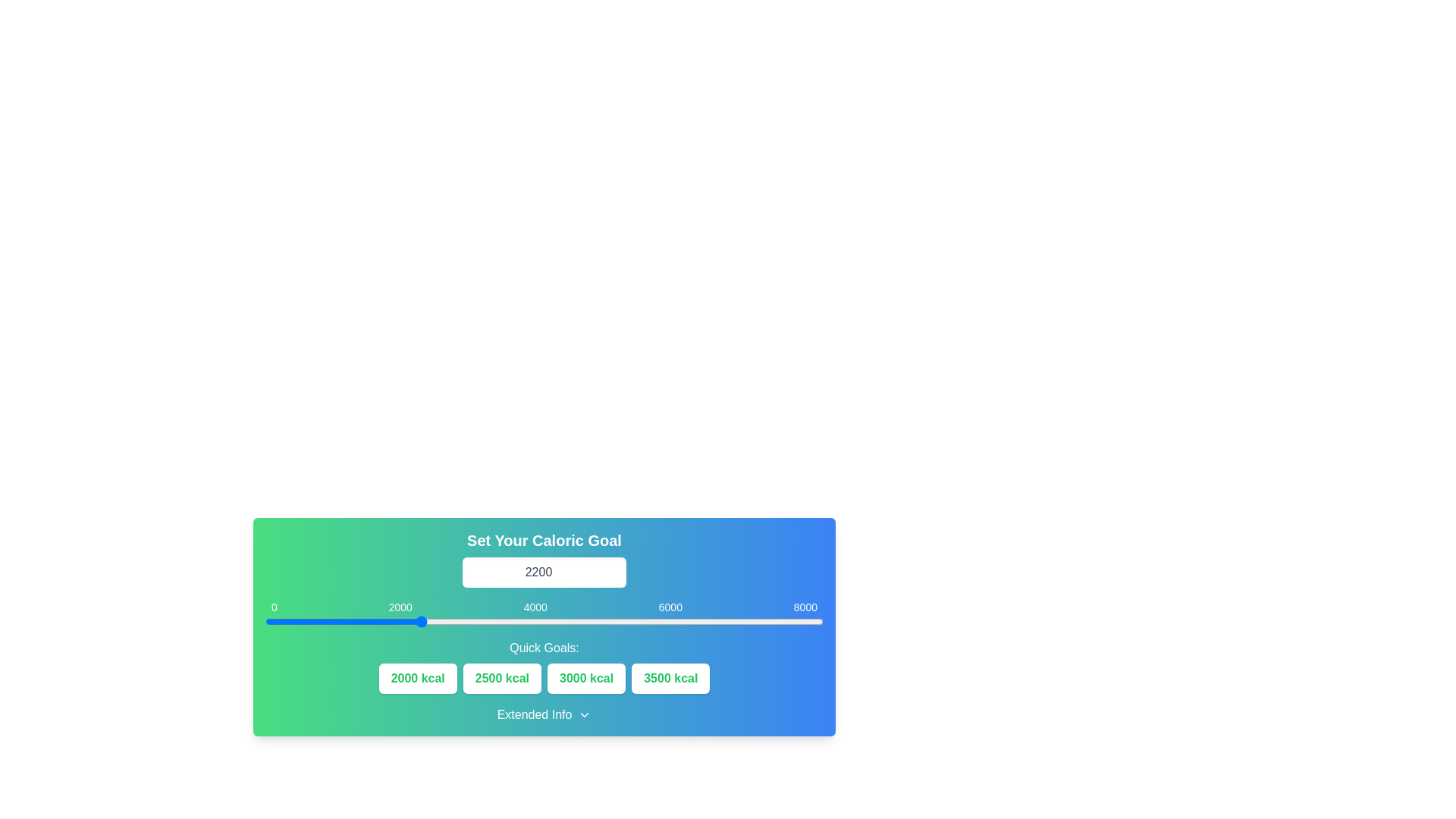  Describe the element at coordinates (502, 677) in the screenshot. I see `the '2500 kcal' button, which is the second button in a row of four, to set the caloric goal to 2500 kcal` at that location.